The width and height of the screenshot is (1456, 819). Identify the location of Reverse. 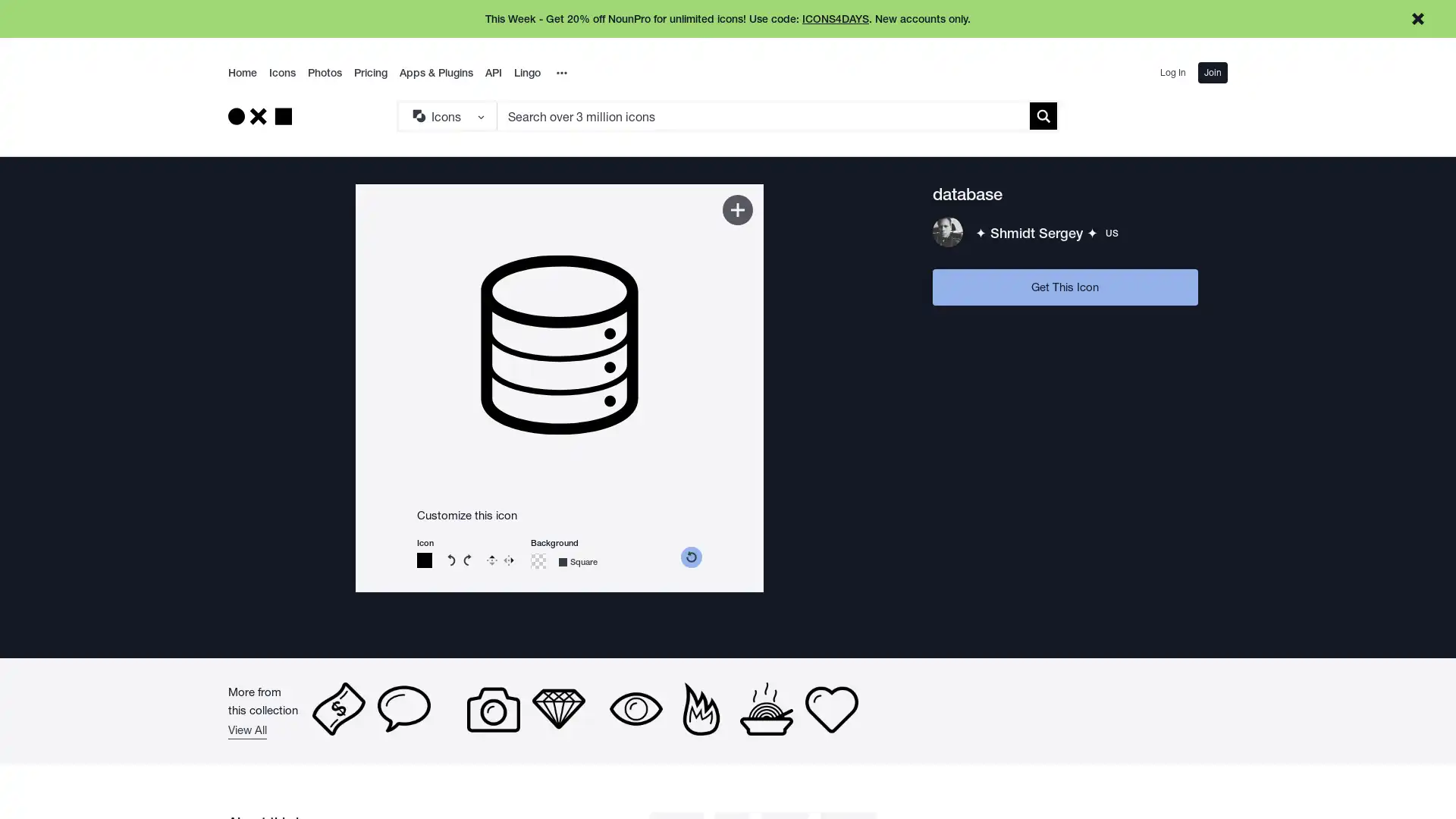
(508, 560).